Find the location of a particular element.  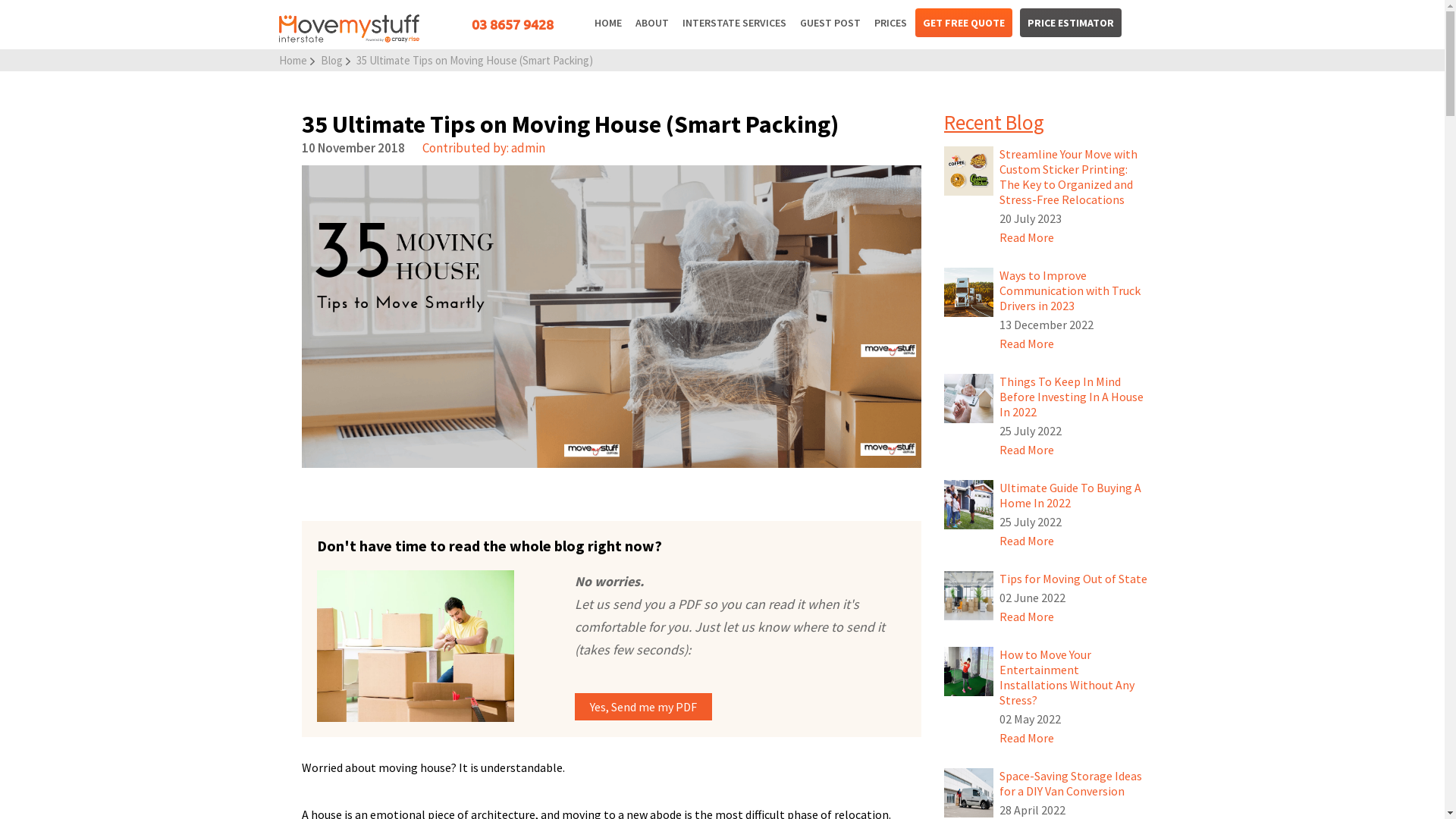

'03 8657 9428' is located at coordinates (513, 24).